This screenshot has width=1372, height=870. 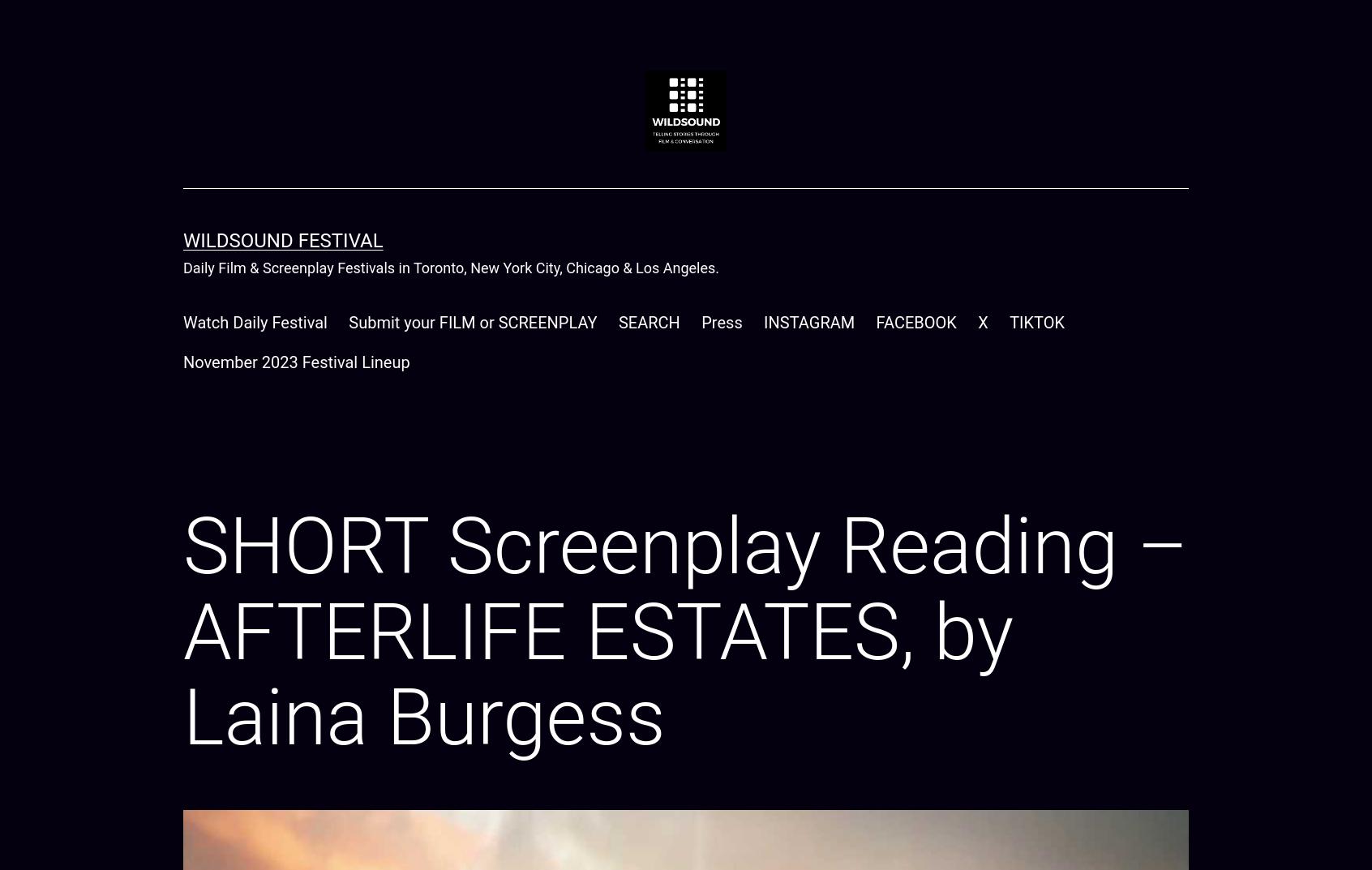 What do you see at coordinates (876, 321) in the screenshot?
I see `'FACEBOOK'` at bounding box center [876, 321].